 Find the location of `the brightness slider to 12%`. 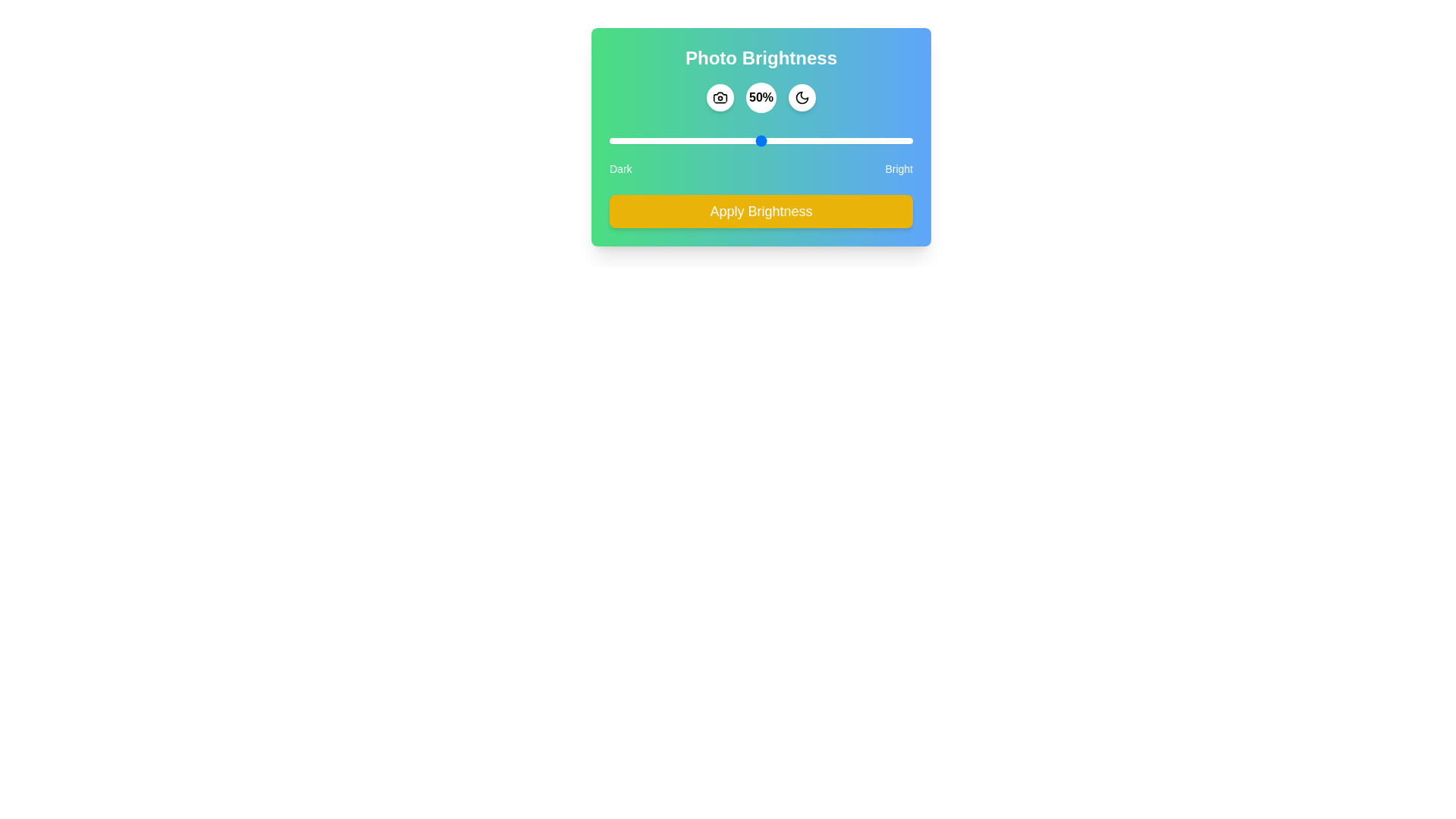

the brightness slider to 12% is located at coordinates (645, 140).